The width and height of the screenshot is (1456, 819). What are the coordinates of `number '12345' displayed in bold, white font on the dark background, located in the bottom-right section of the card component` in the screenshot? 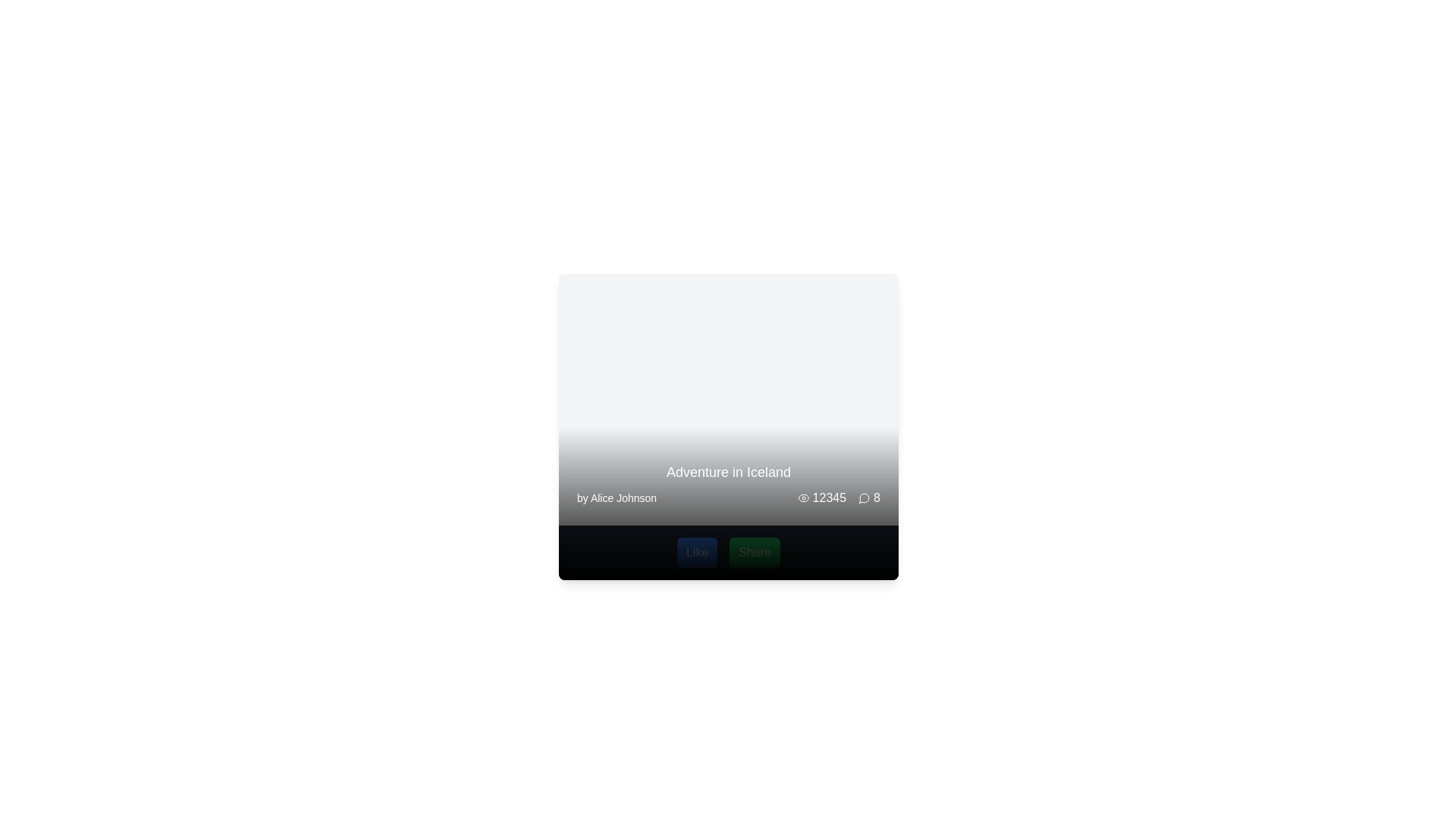 It's located at (828, 497).